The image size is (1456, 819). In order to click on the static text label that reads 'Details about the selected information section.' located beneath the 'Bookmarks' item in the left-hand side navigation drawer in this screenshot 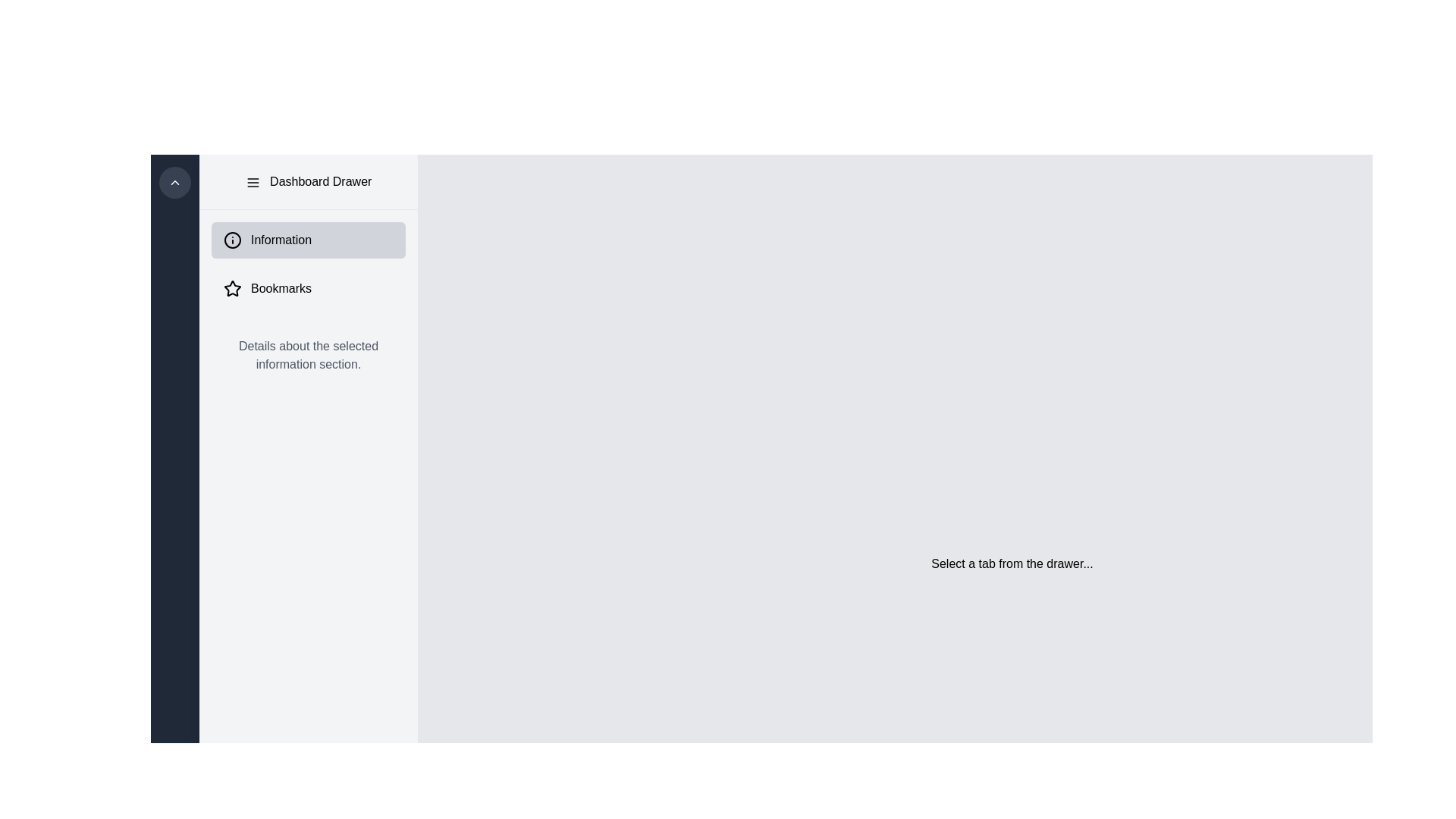, I will do `click(308, 356)`.